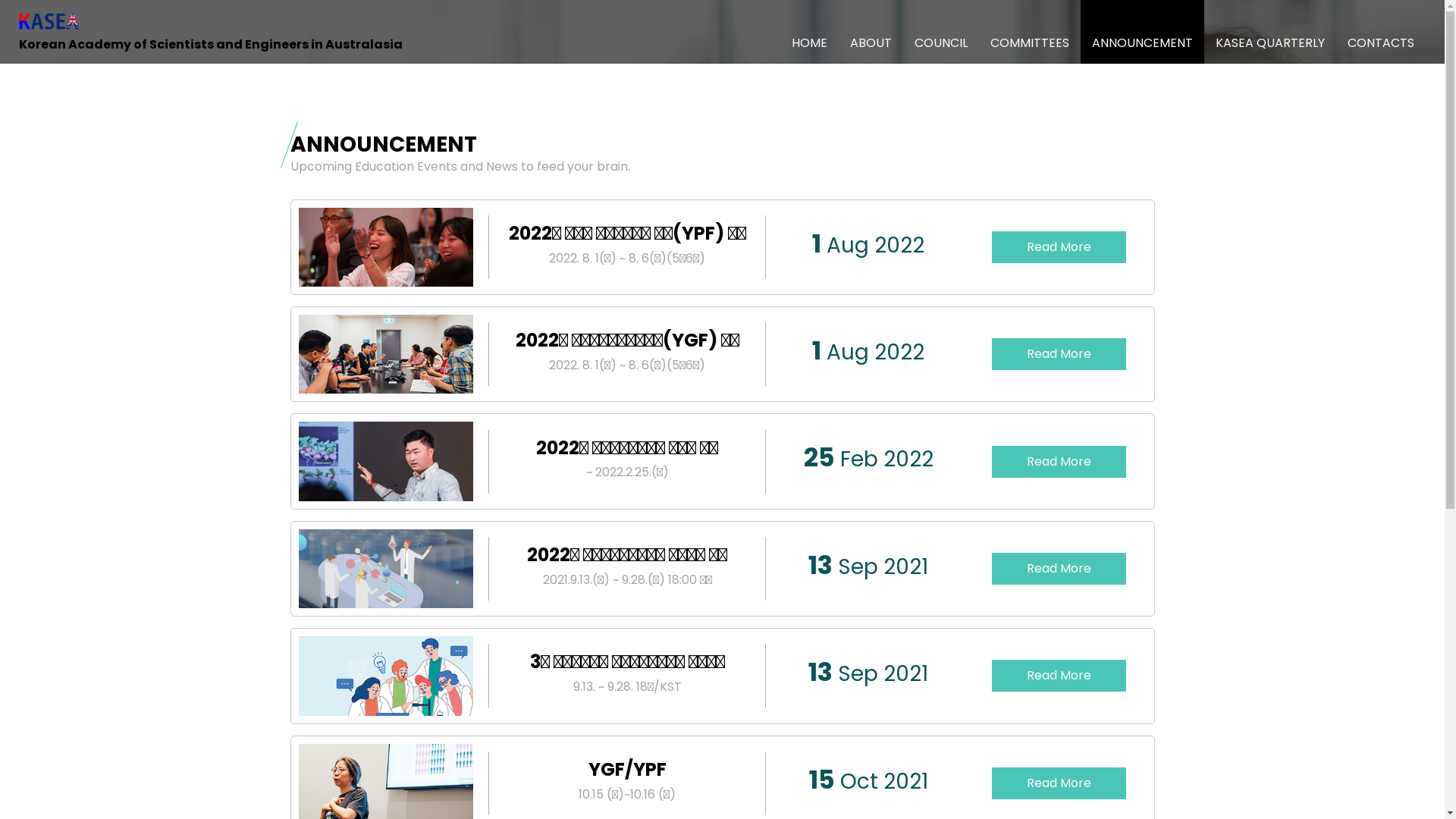 Image resolution: width=1456 pixels, height=819 pixels. What do you see at coordinates (1142, 32) in the screenshot?
I see `'ANNOUNCEMENT'` at bounding box center [1142, 32].